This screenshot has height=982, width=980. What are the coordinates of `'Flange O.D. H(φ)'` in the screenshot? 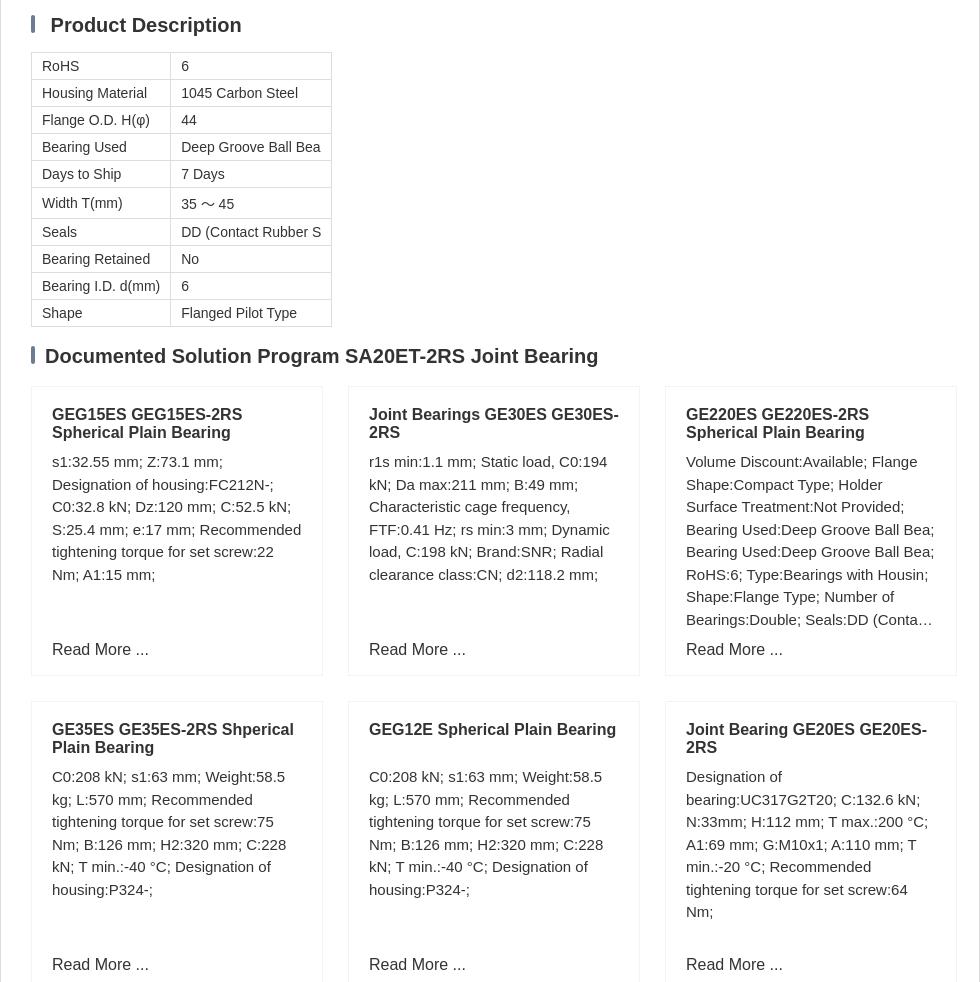 It's located at (95, 119).